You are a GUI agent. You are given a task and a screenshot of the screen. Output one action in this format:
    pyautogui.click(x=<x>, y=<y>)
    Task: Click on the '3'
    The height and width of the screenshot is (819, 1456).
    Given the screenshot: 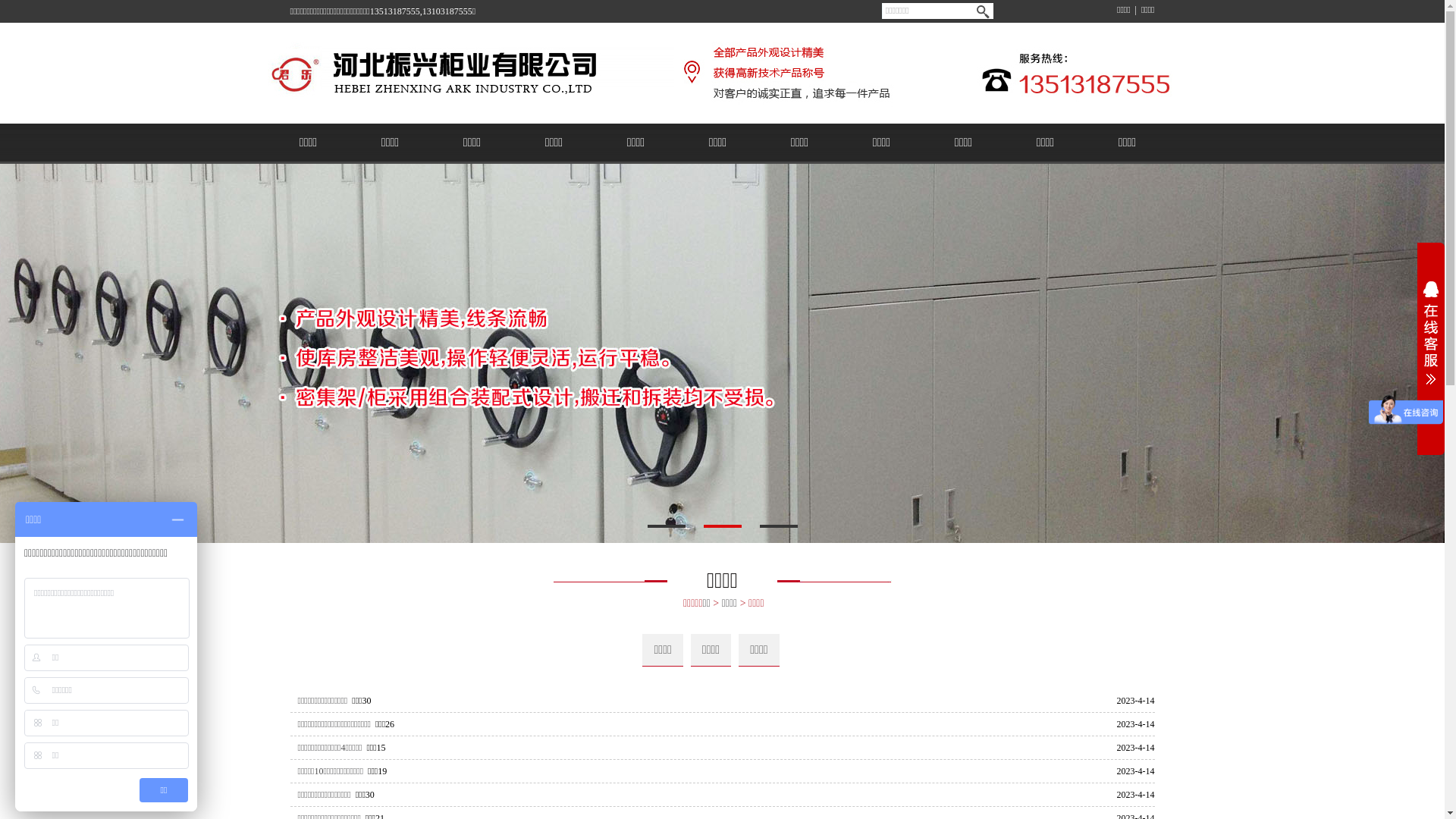 What is the action you would take?
    pyautogui.click(x=779, y=526)
    